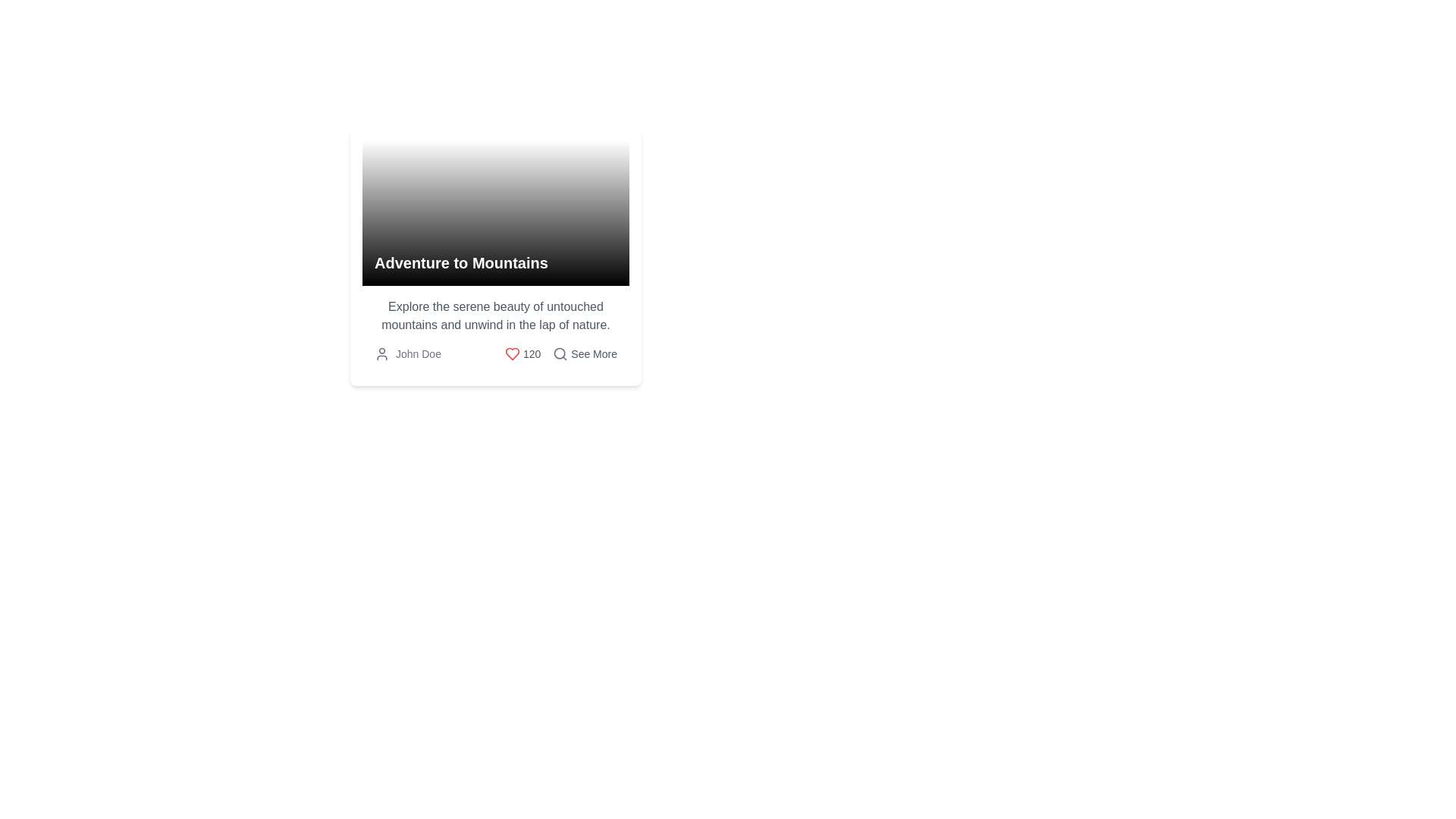 Image resolution: width=1456 pixels, height=819 pixels. I want to click on the Text Label displaying '120', which is styled in a small gray font and positioned to the right of a heart-shaped icon at the bottom center of the card layout, so click(532, 353).